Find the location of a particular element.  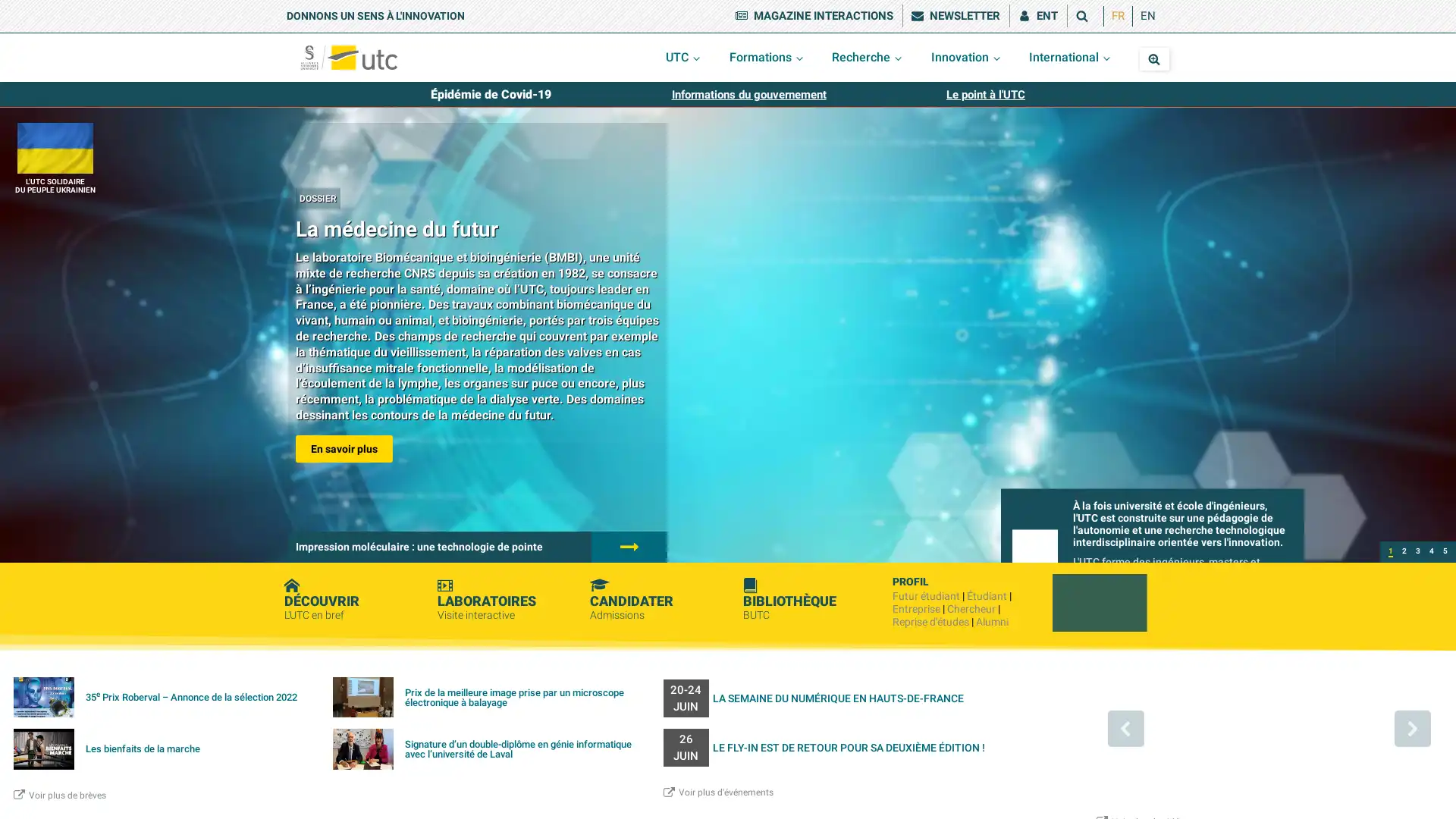

Une IA sure et robuste is located at coordinates (1430, 552).